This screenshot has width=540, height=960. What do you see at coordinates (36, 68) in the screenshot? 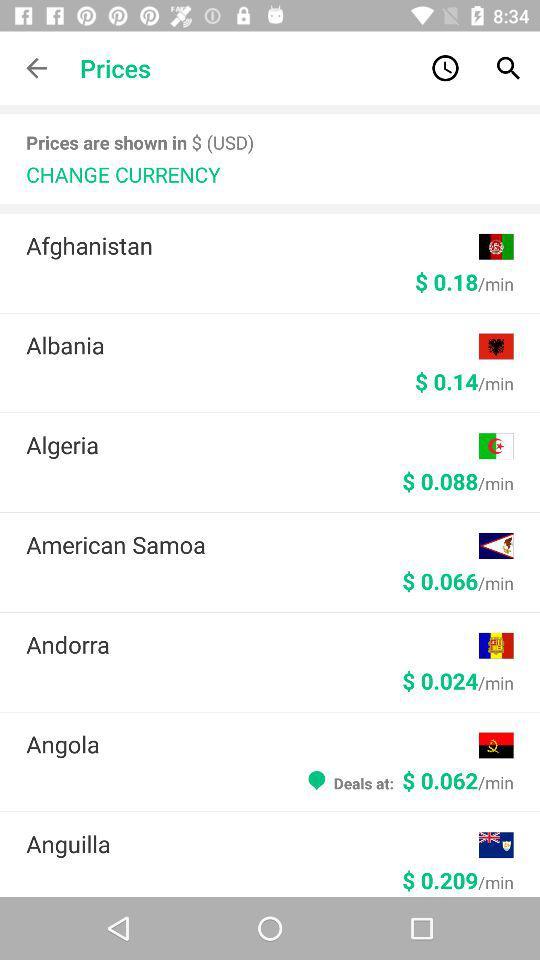
I see `item next to the prices` at bounding box center [36, 68].